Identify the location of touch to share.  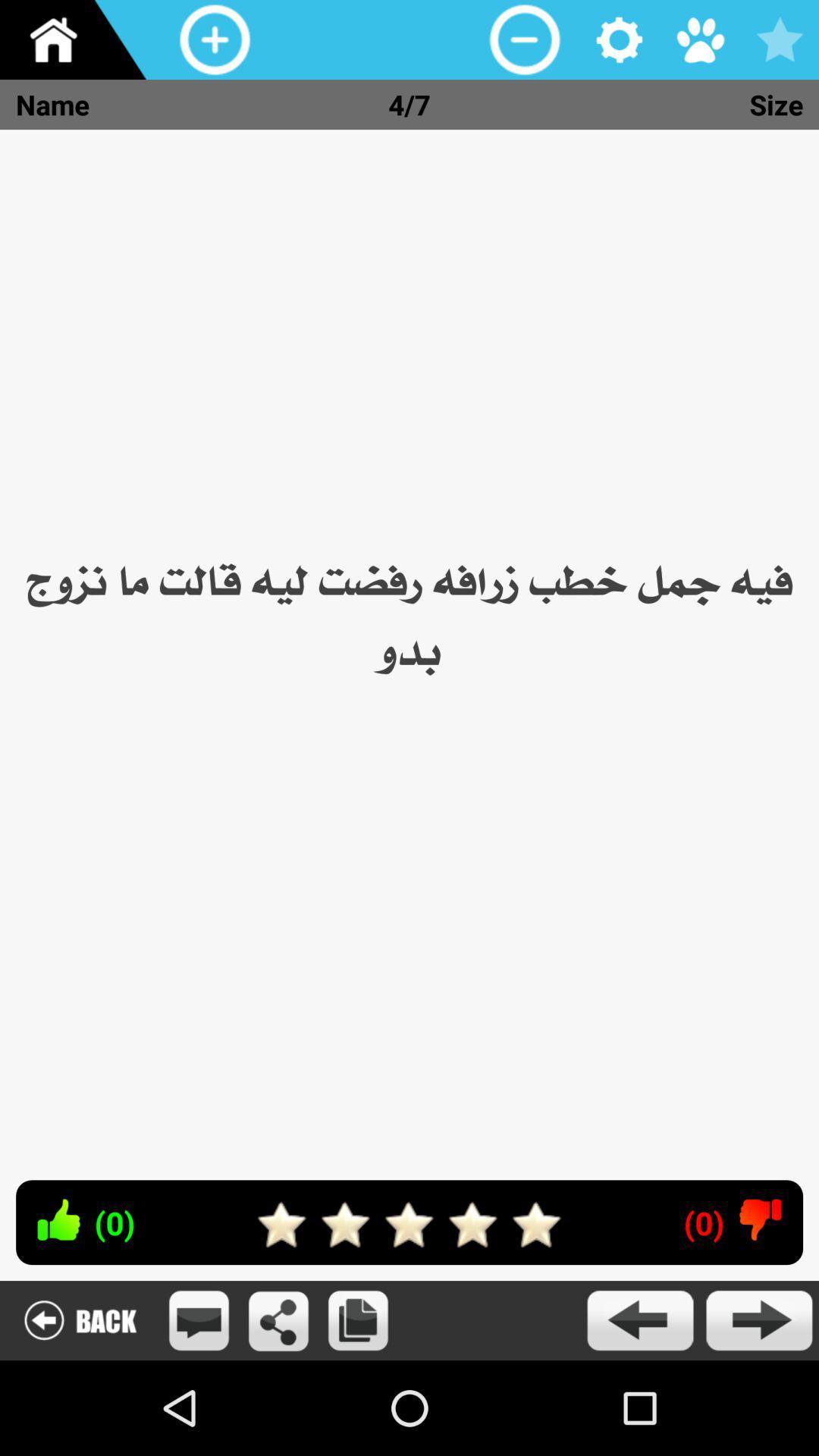
(278, 1319).